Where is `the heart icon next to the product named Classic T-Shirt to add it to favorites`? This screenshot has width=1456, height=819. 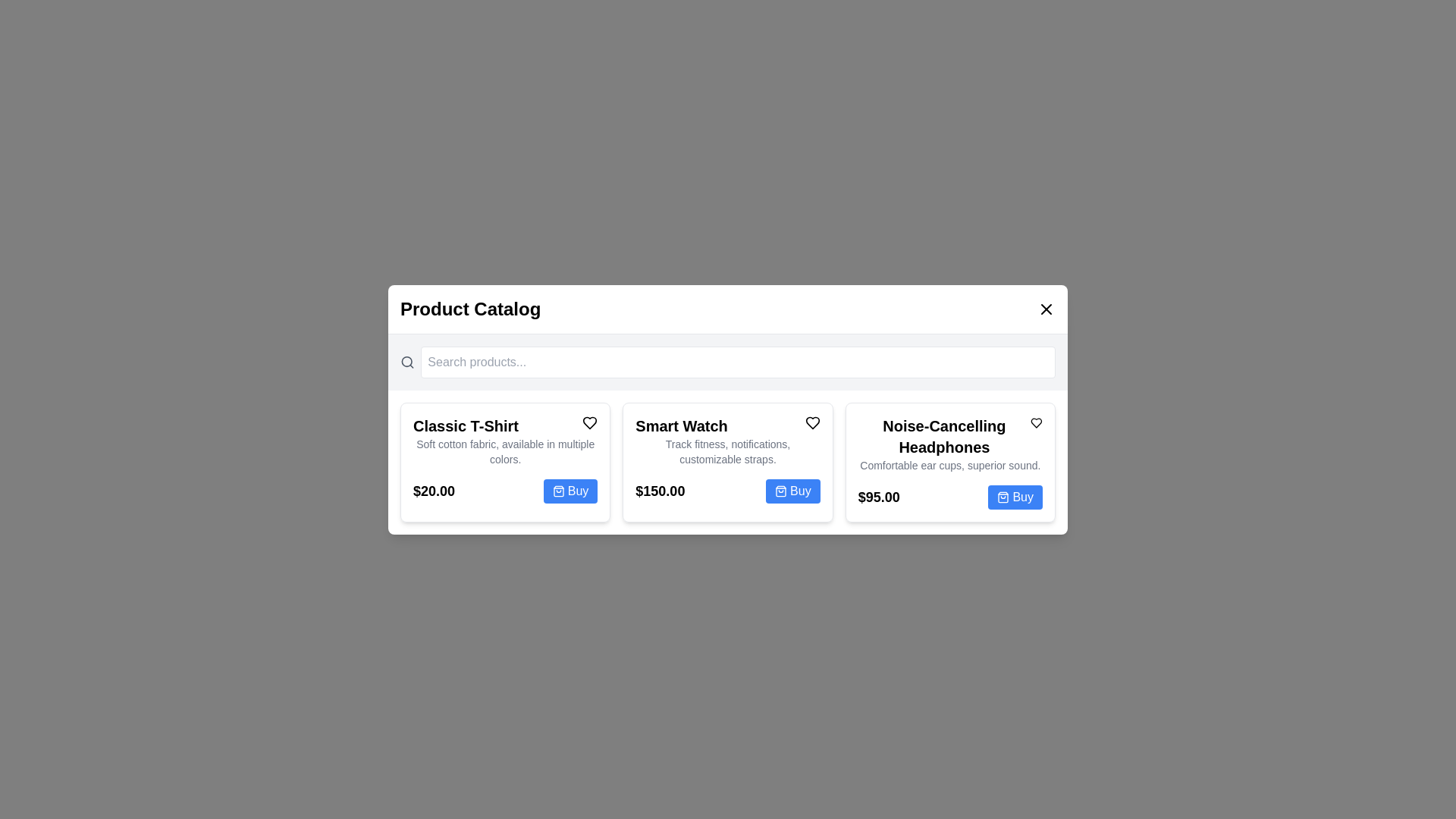
the heart icon next to the product named Classic T-Shirt to add it to favorites is located at coordinates (589, 422).